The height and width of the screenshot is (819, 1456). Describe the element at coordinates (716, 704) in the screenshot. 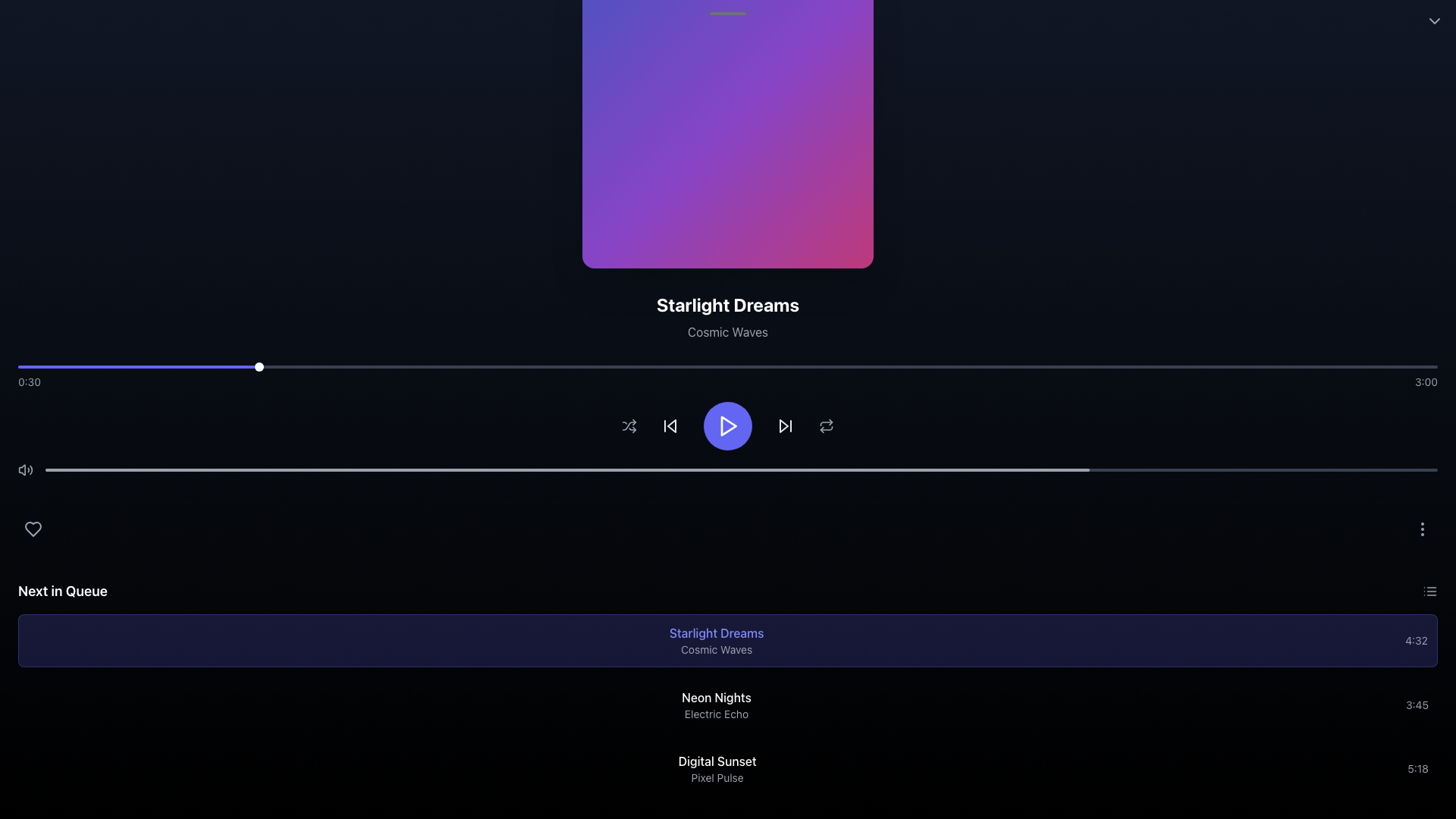

I see `the text-based display element that lists item details, positioned between 'Starlight Dreams' and 'Digital Sunset'` at that location.